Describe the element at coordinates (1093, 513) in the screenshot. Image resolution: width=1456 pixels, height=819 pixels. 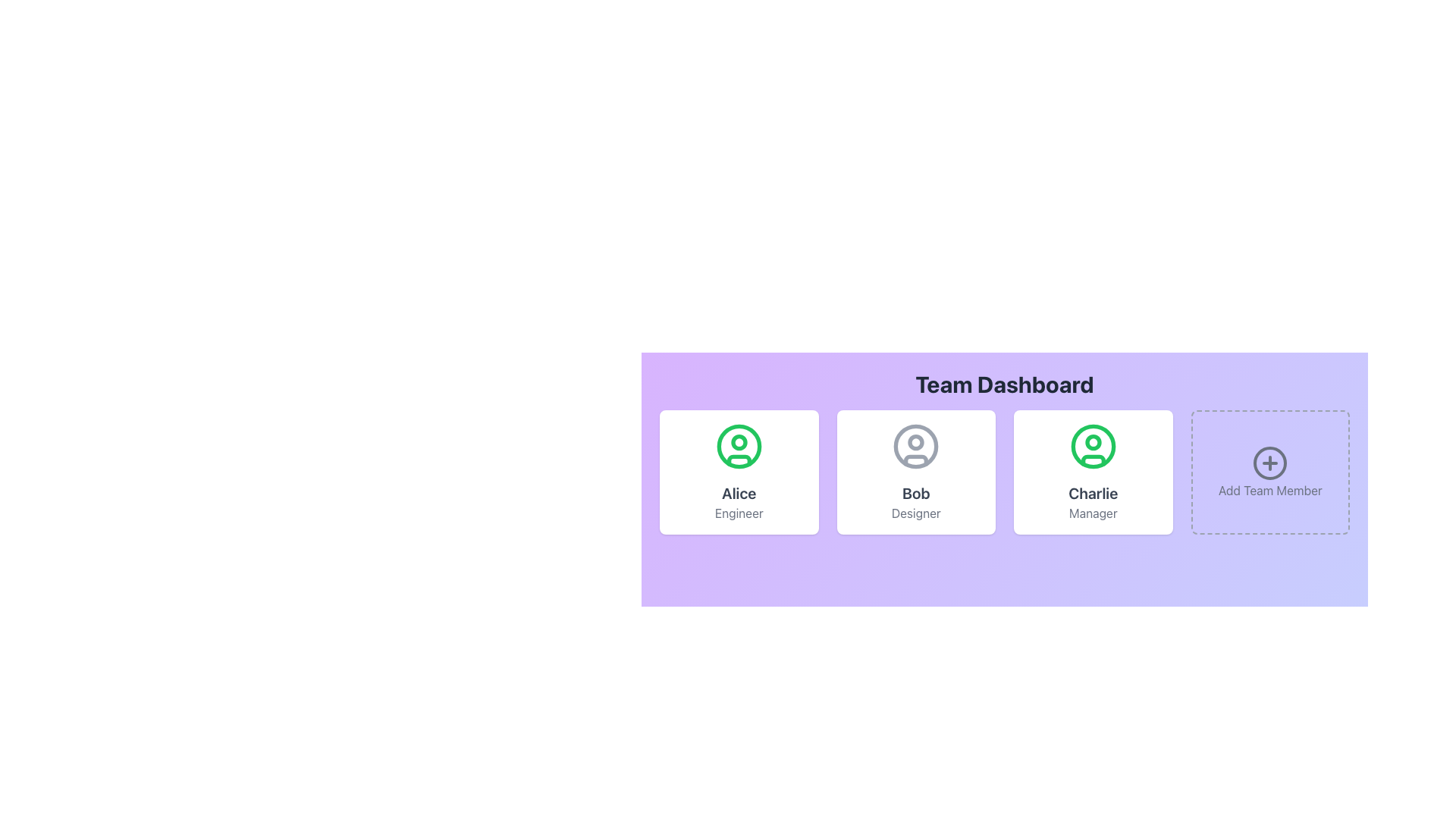
I see `the text label indicating the role or title of 'Charlie' in the team, which is positioned below the 'Charlie' label in the third card of the dashboard` at that location.